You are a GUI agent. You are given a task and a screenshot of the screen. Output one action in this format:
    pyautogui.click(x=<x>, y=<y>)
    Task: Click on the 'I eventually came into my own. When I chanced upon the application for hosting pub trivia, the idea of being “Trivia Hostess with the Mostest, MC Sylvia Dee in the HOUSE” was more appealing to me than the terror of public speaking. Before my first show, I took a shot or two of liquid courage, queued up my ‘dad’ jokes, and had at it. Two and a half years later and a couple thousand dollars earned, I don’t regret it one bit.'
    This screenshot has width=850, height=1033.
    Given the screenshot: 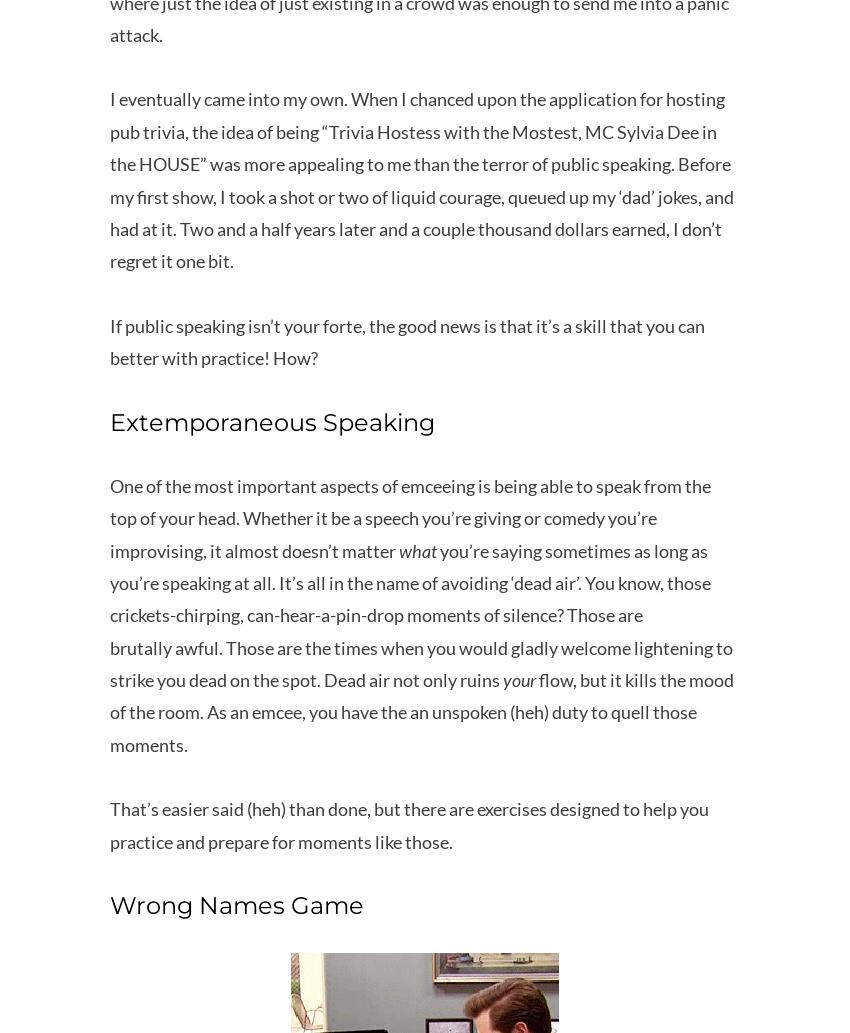 What is the action you would take?
    pyautogui.click(x=422, y=178)
    